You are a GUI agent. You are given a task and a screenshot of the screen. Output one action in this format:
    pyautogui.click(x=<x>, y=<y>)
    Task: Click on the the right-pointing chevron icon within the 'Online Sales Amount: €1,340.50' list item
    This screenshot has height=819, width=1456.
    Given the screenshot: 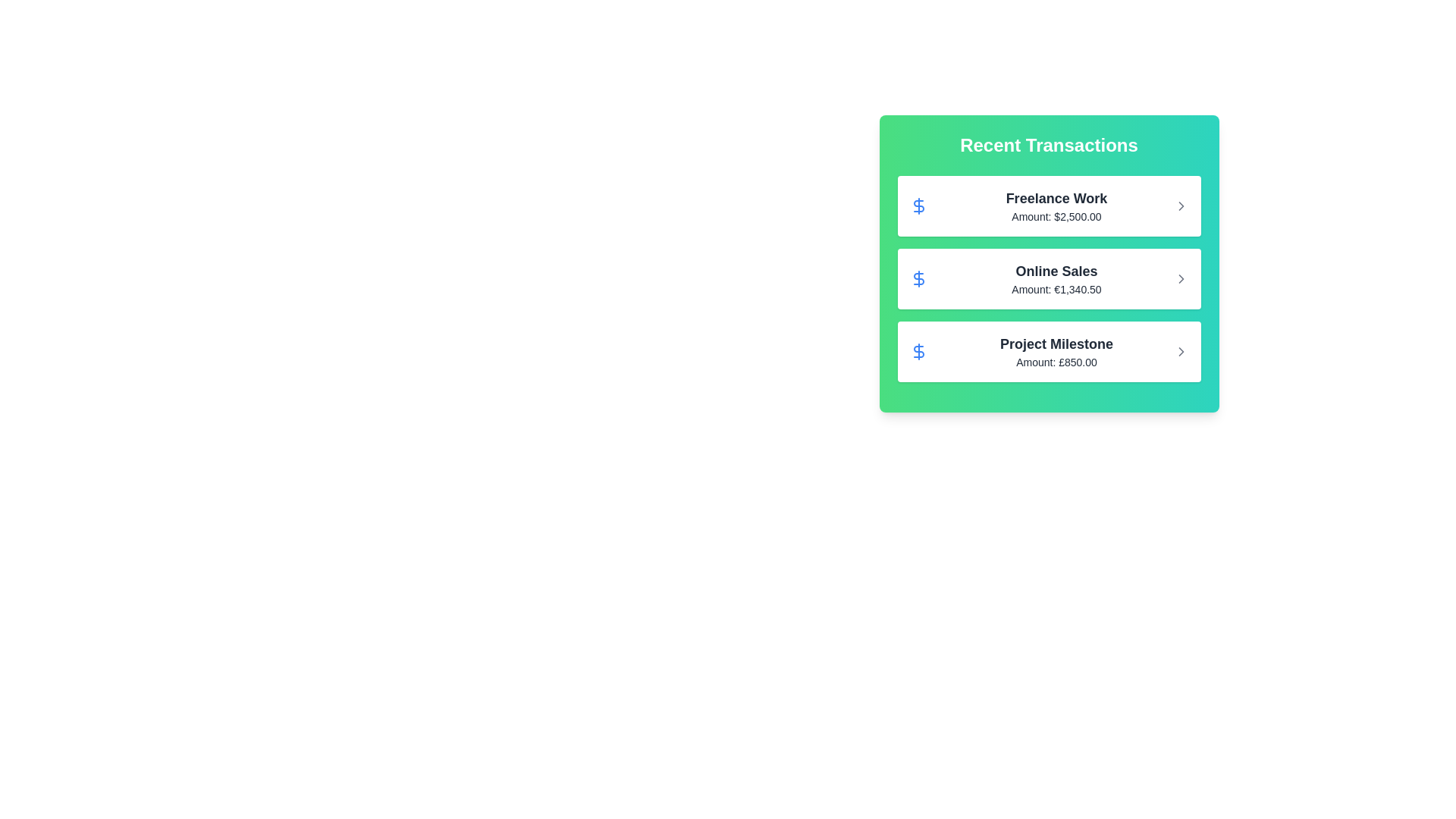 What is the action you would take?
    pyautogui.click(x=1180, y=278)
    